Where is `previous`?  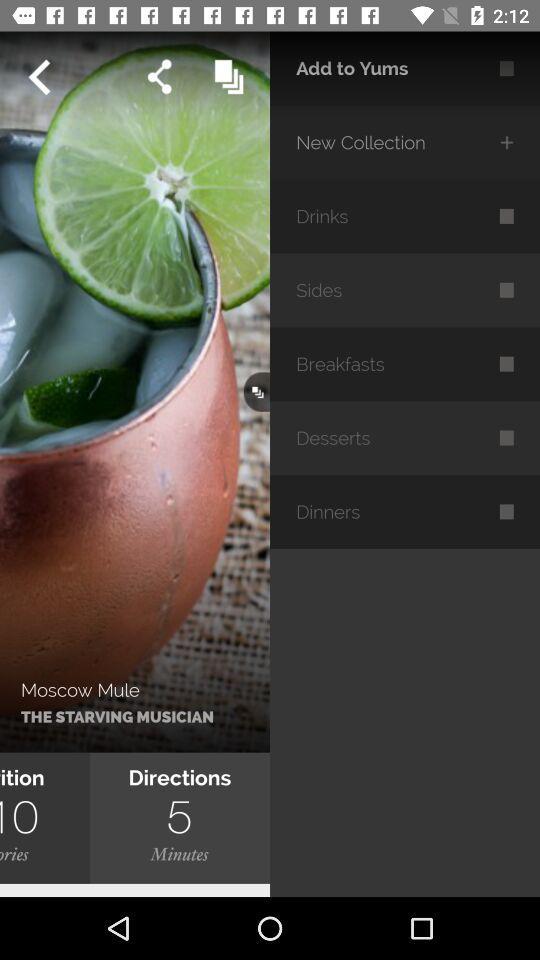
previous is located at coordinates (38, 77).